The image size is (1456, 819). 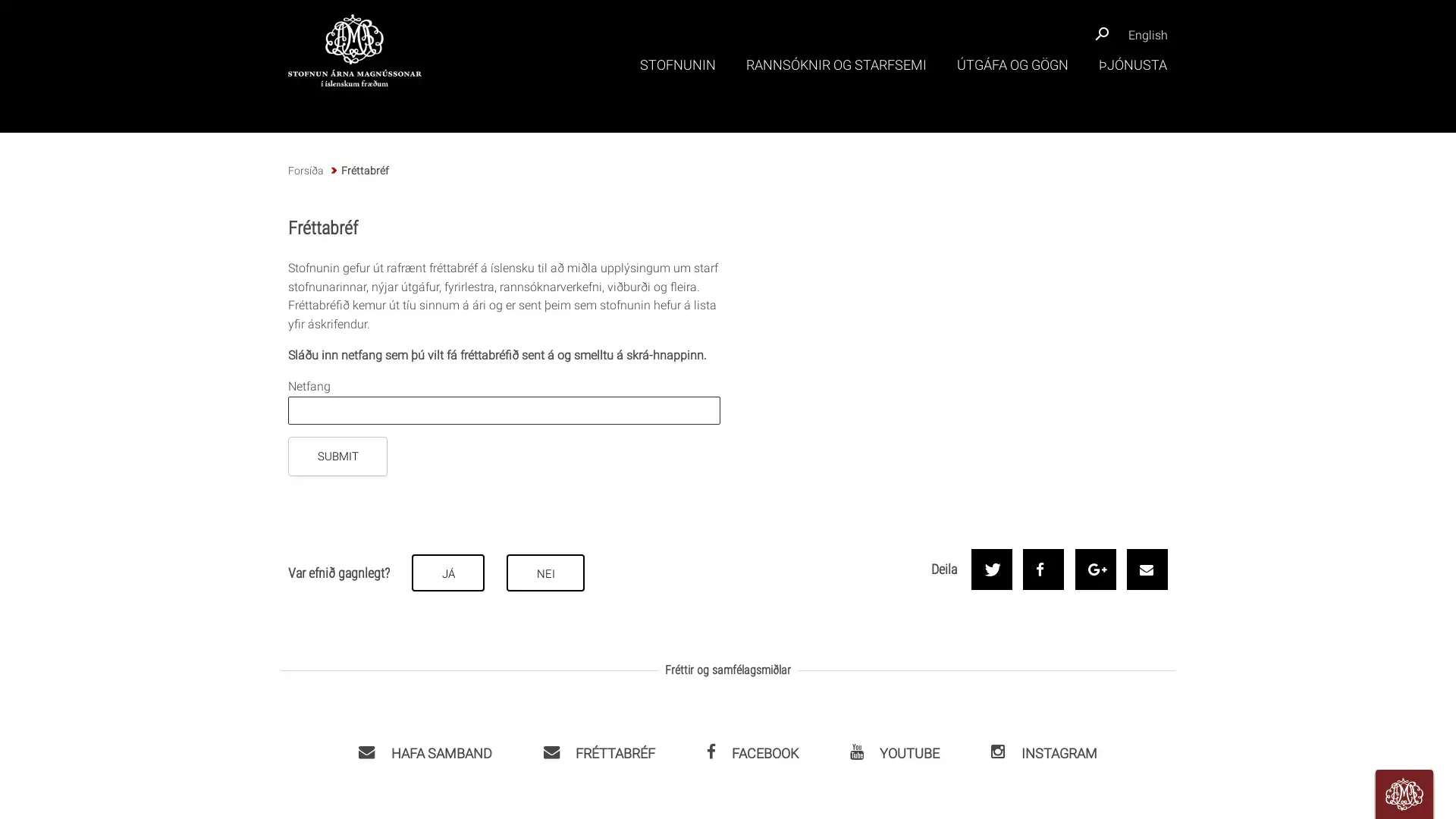 What do you see at coordinates (1147, 568) in the screenshot?
I see `Send by email` at bounding box center [1147, 568].